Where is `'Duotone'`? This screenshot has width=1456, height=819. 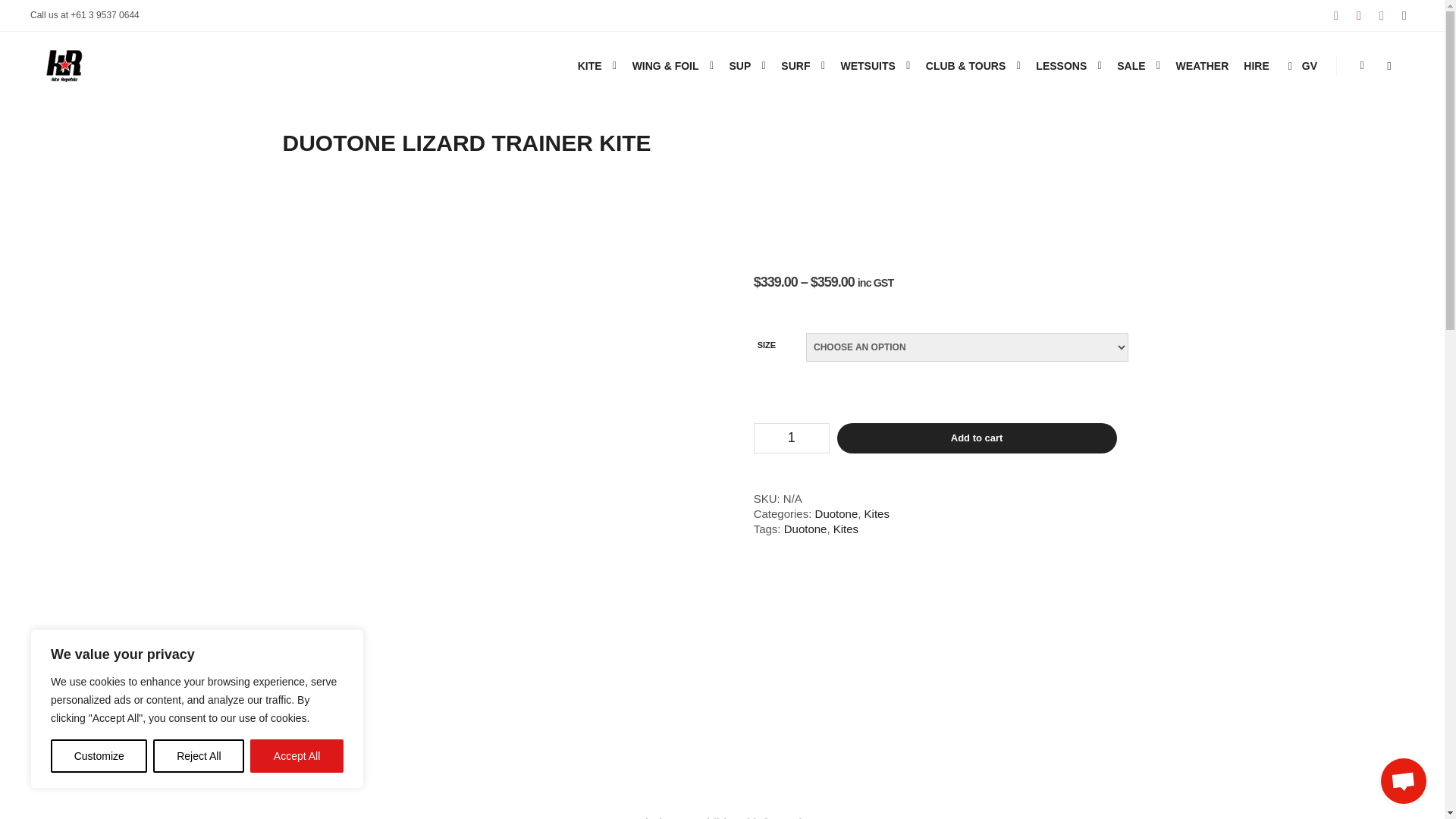
'Duotone' is located at coordinates (814, 513).